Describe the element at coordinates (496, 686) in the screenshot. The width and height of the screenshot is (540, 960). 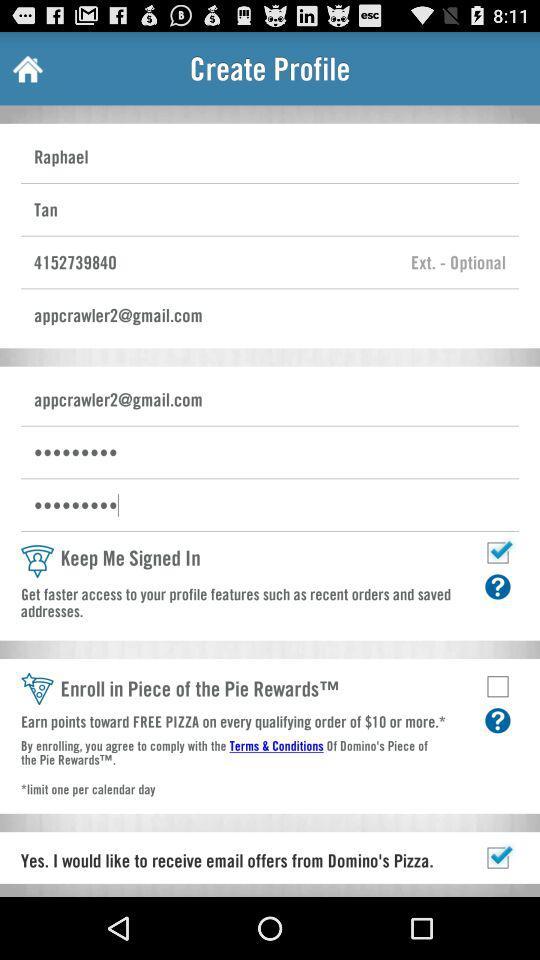
I see `enroll account in rewards program` at that location.